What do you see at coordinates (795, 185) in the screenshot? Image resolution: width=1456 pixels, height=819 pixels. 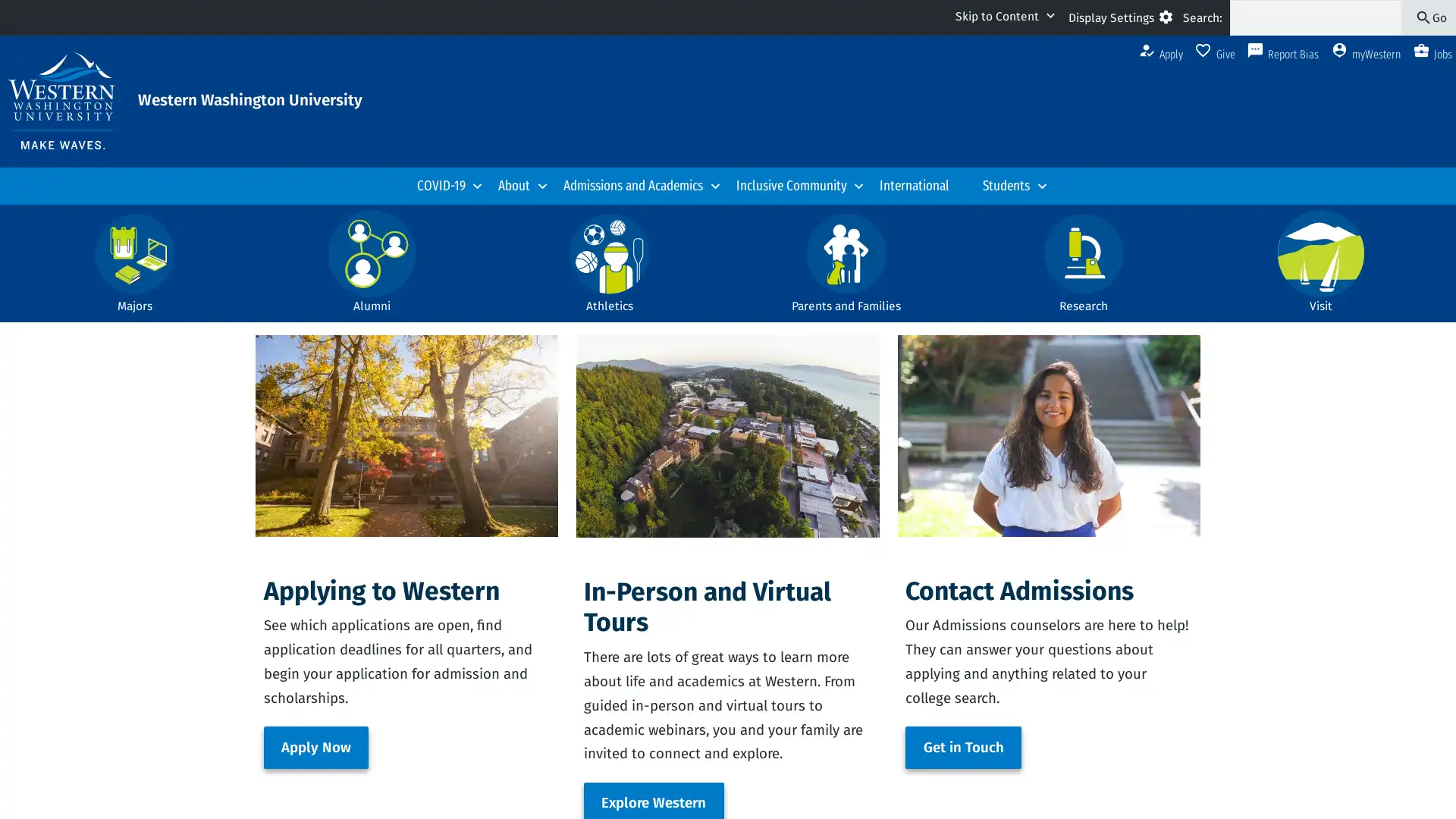 I see `Inclusive Community` at bounding box center [795, 185].